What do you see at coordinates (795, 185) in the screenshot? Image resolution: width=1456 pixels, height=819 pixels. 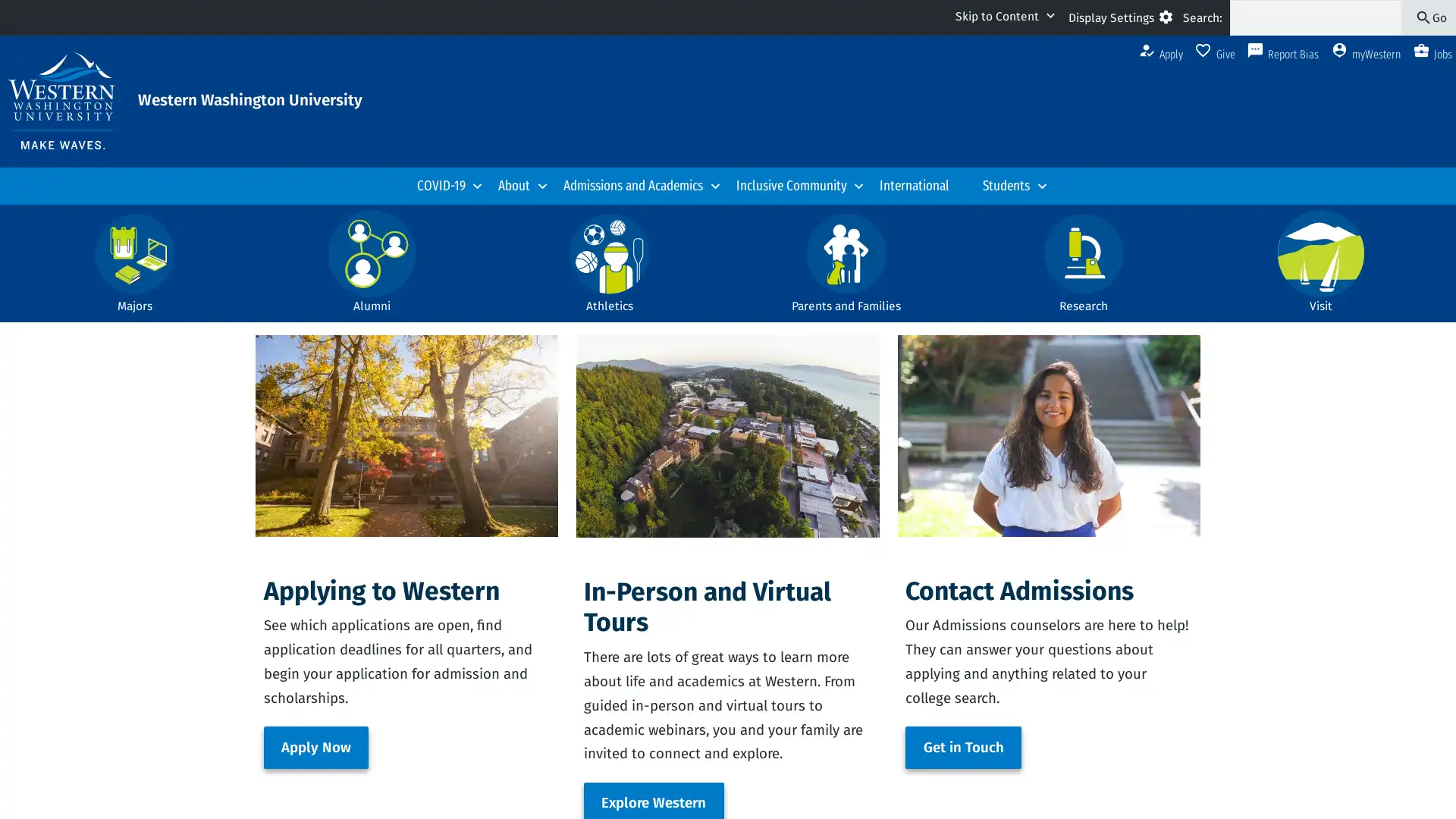 I see `Inclusive Community` at bounding box center [795, 185].